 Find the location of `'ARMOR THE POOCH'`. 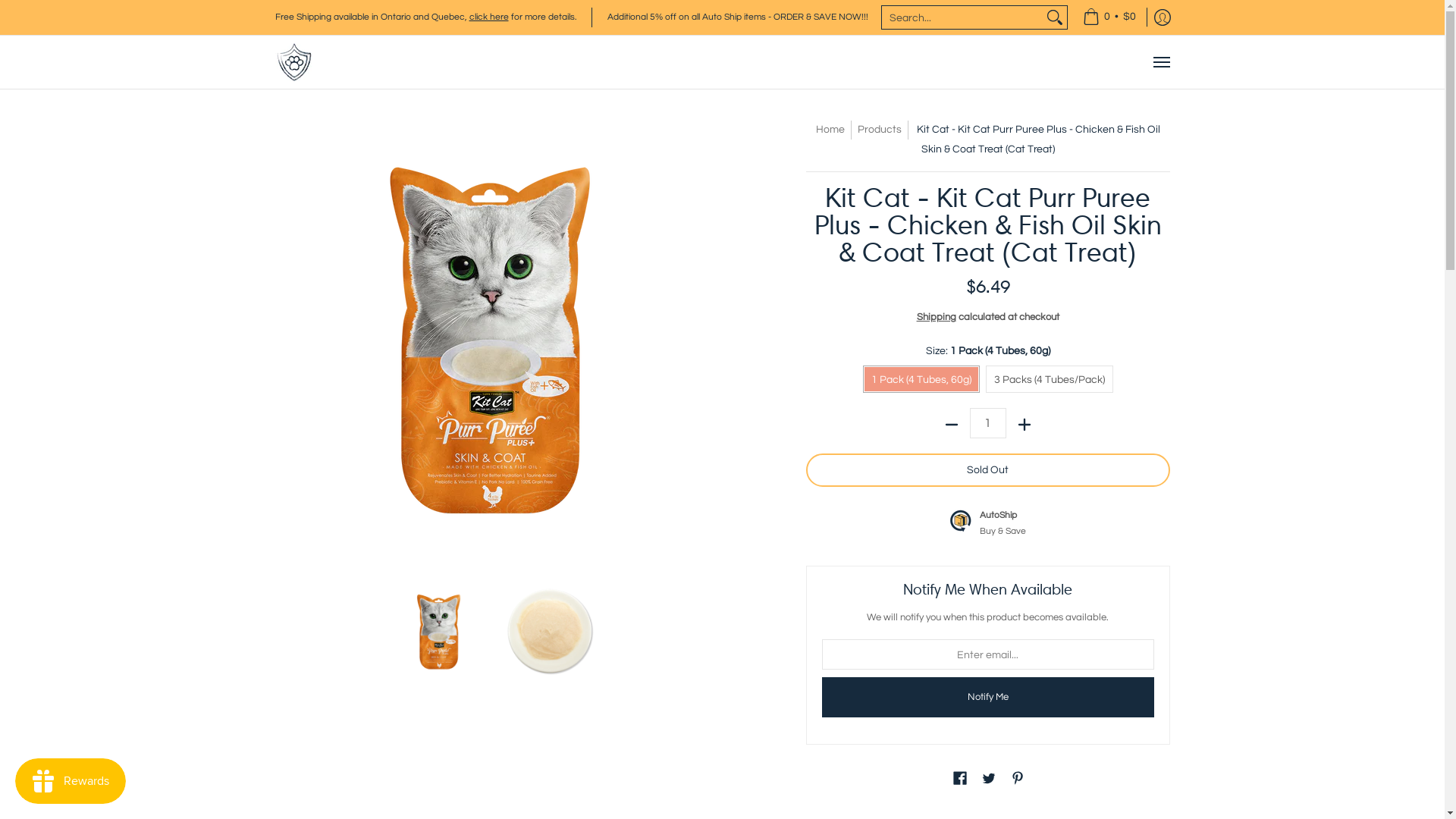

'ARMOR THE POOCH' is located at coordinates (293, 61).